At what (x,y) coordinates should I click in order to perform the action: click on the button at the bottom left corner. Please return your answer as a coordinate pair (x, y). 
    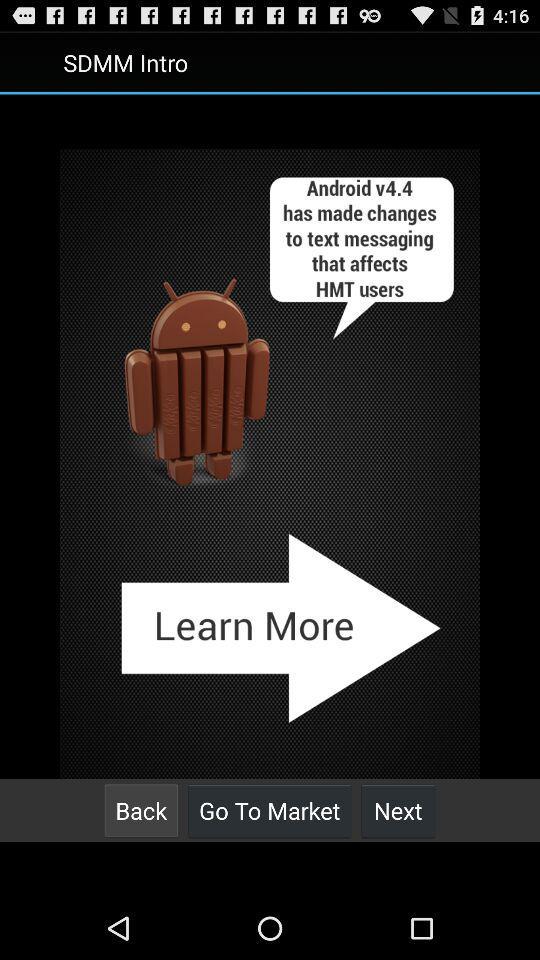
    Looking at the image, I should click on (140, 810).